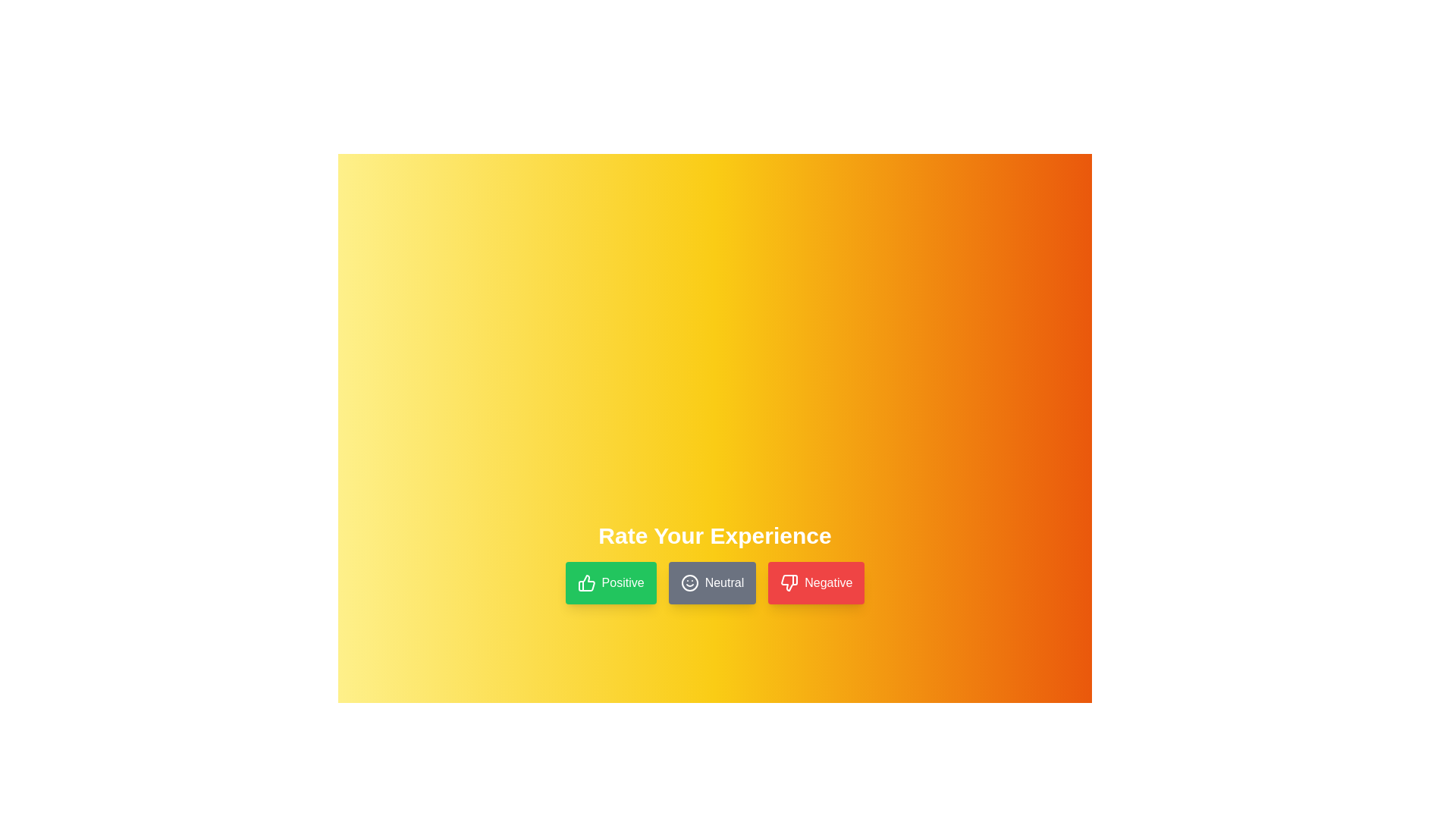 The width and height of the screenshot is (1456, 819). I want to click on the 'Neutral' button, which contains a circular gray icon resembling a neutral face, located between the 'Positive' and 'Negative' buttons, so click(689, 582).